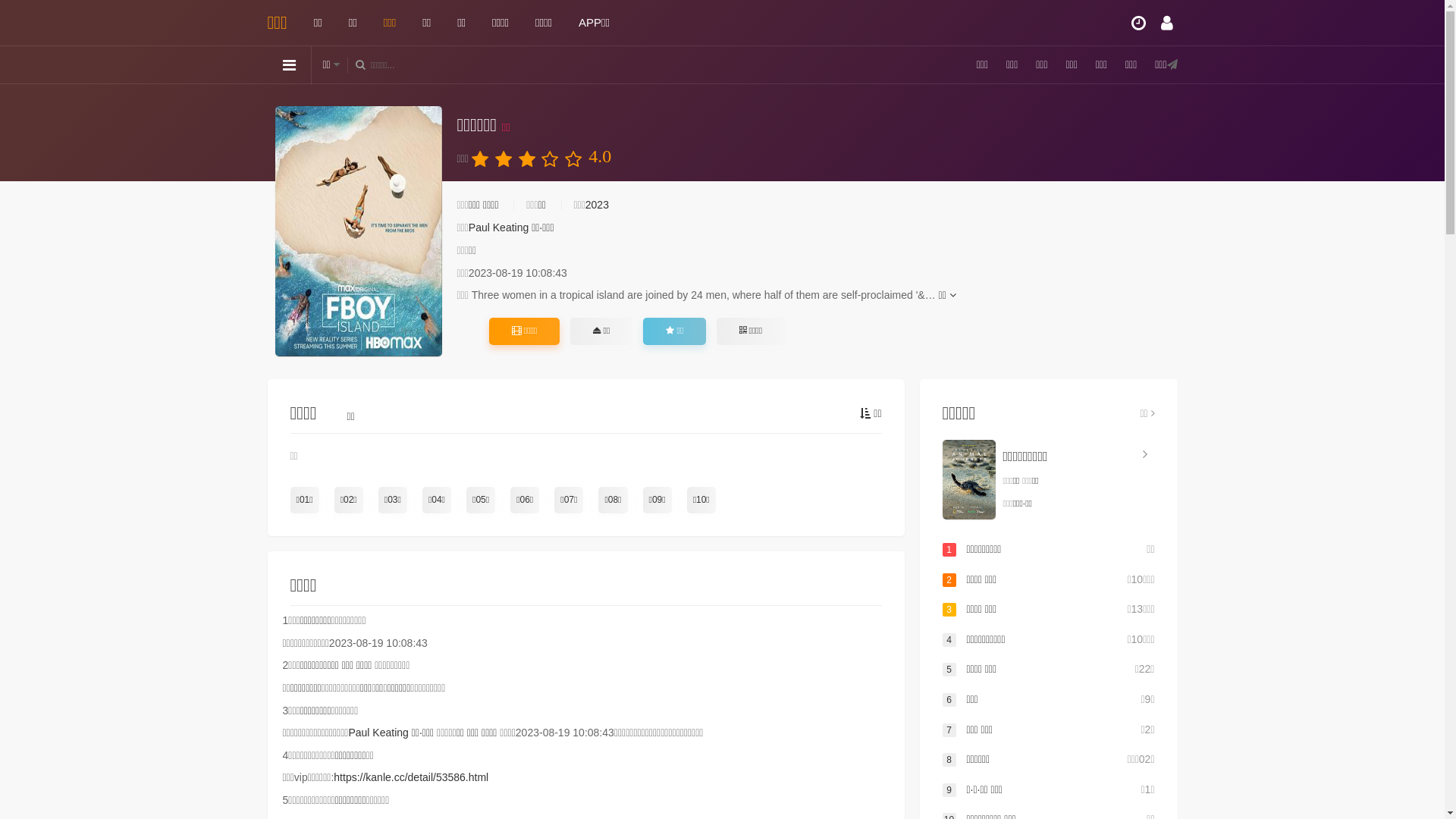  Describe the element at coordinates (411, 777) in the screenshot. I see `'https://kanle.cc/detail/53586.html'` at that location.